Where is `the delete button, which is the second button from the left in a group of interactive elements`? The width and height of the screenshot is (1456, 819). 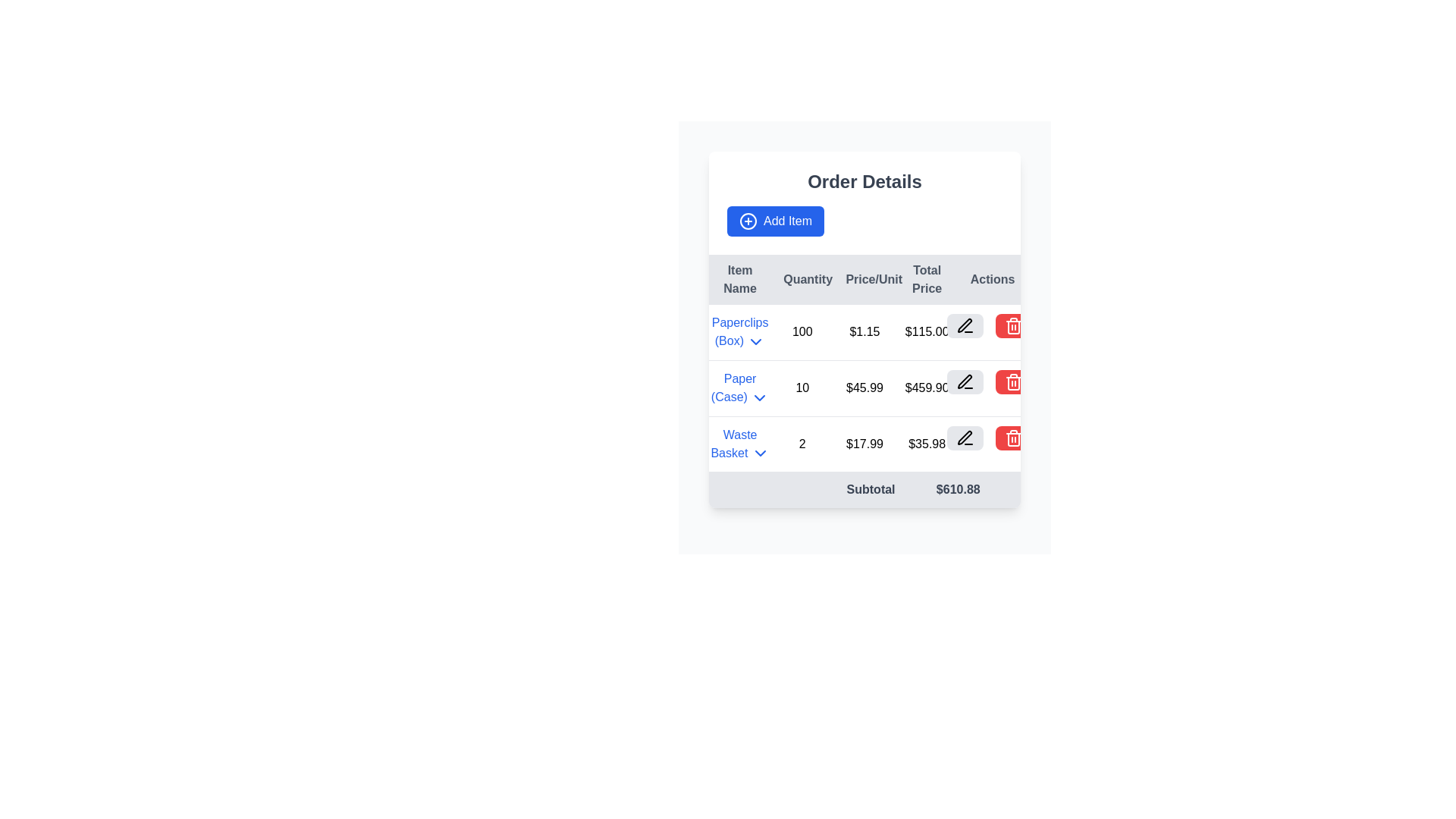 the delete button, which is the second button from the left in a group of interactive elements is located at coordinates (1013, 325).